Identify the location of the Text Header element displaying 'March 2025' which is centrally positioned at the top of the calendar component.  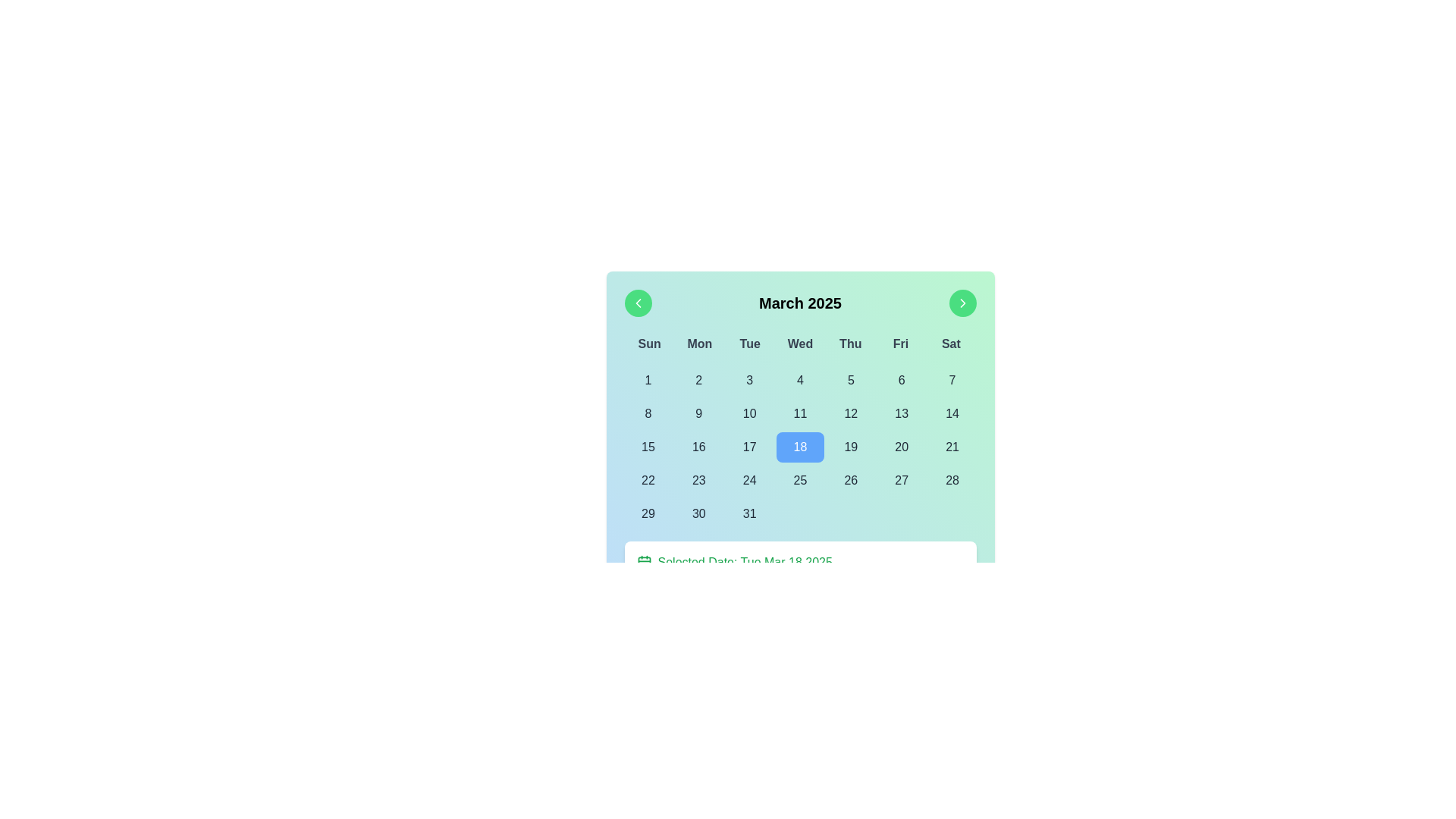
(799, 303).